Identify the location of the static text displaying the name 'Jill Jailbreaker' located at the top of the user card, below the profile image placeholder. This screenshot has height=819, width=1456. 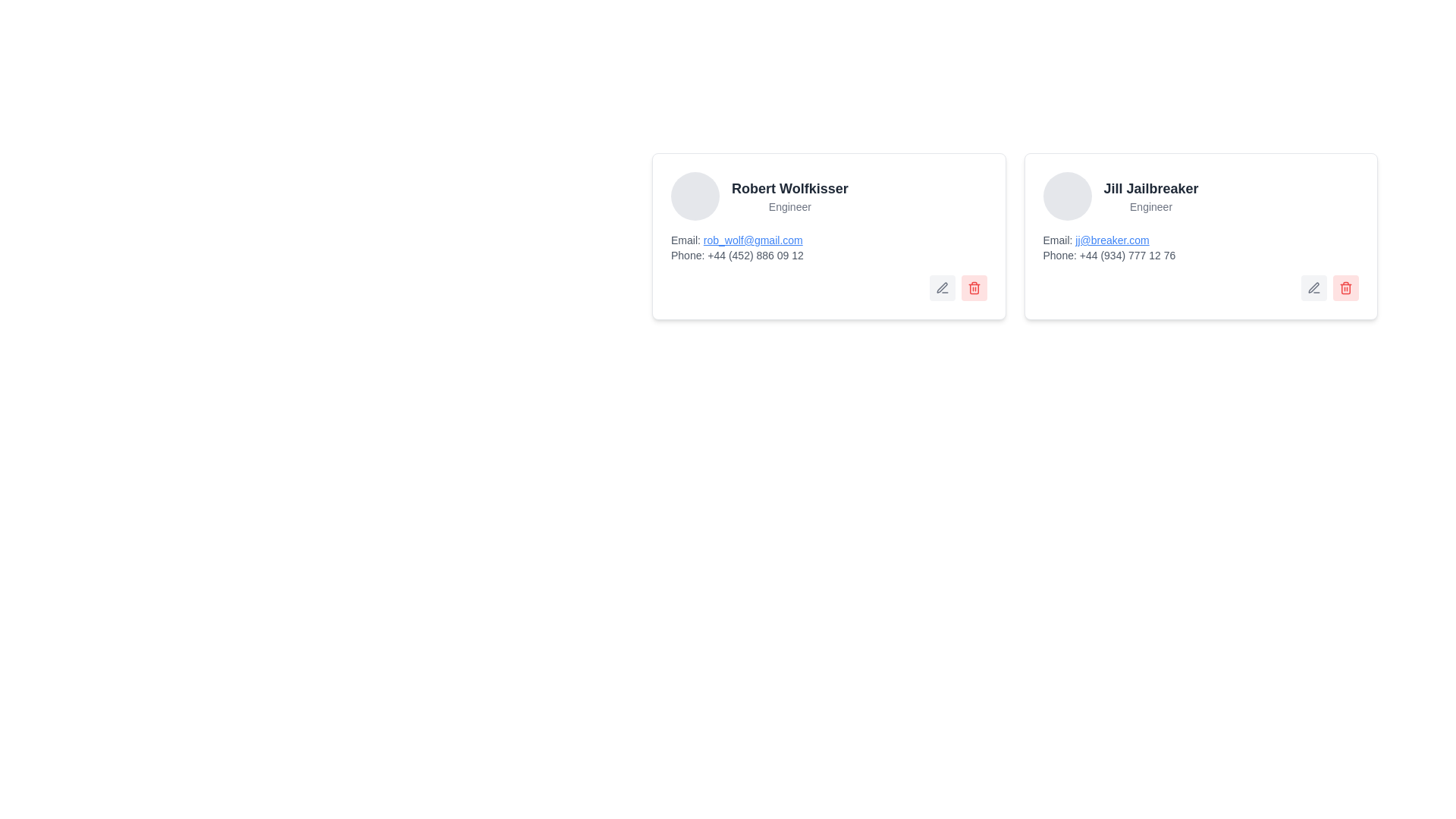
(1151, 188).